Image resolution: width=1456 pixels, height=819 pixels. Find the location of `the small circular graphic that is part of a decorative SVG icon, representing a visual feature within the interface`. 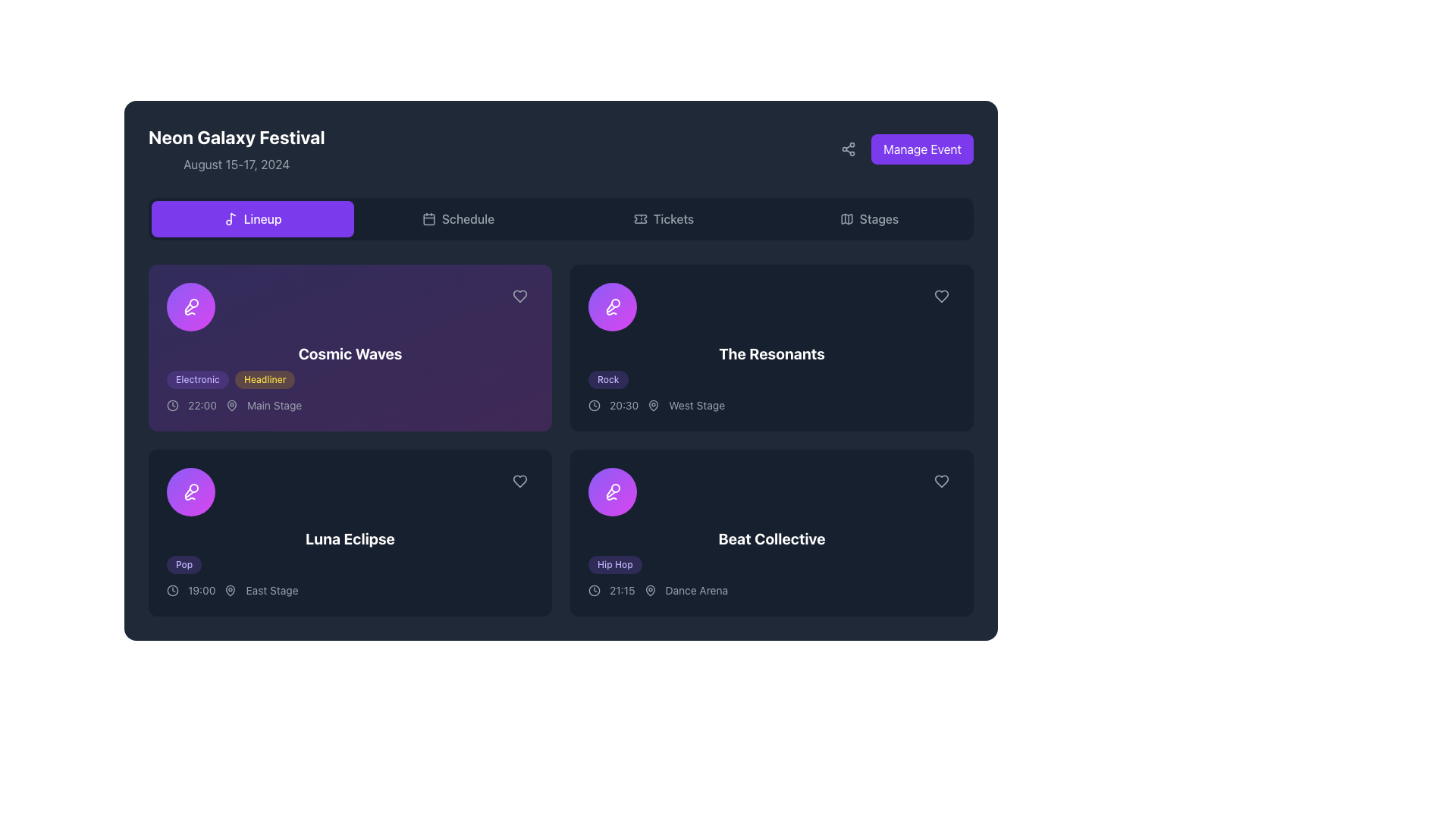

the small circular graphic that is part of a decorative SVG icon, representing a visual feature within the interface is located at coordinates (193, 488).